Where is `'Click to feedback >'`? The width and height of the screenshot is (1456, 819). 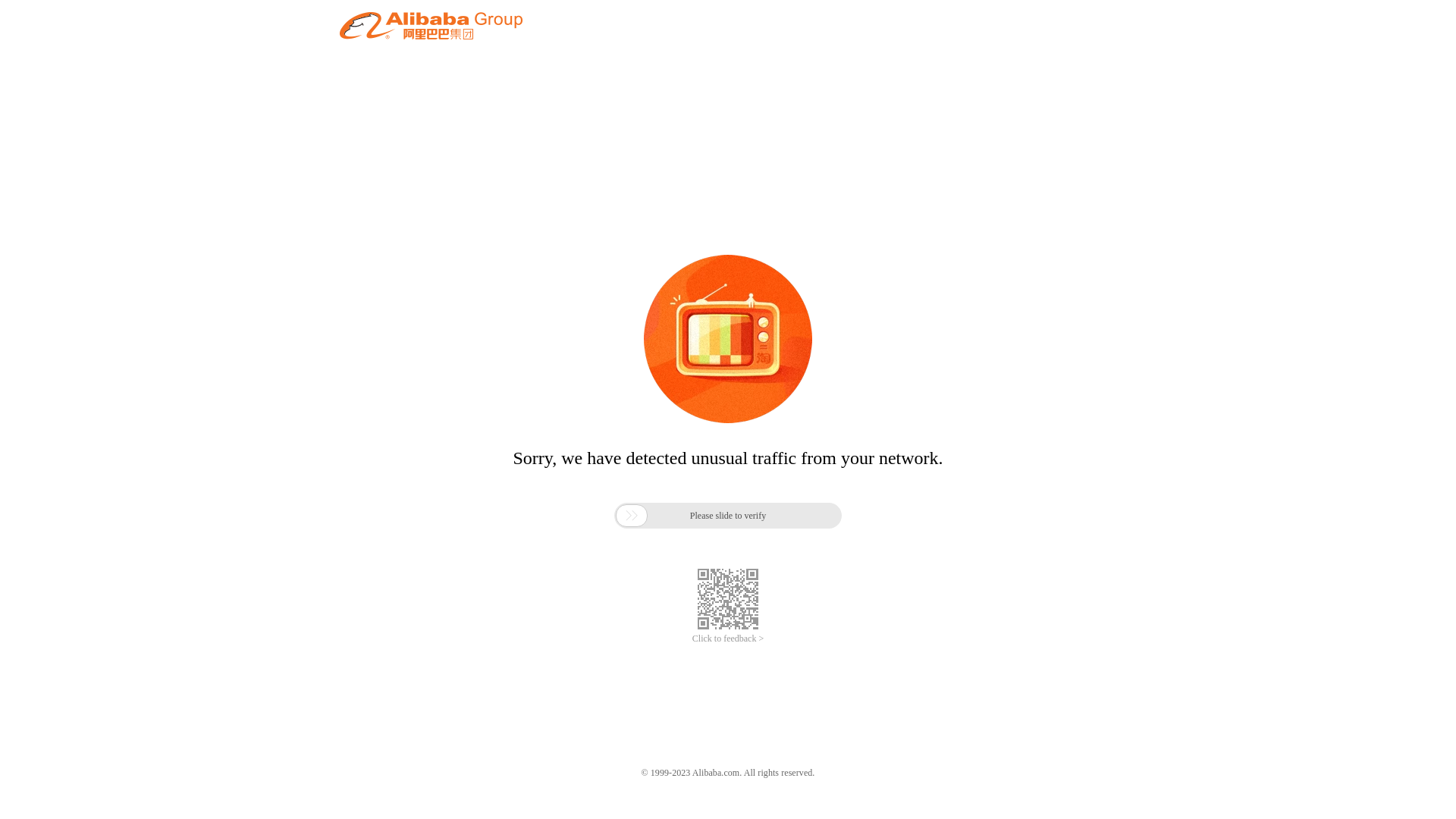 'Click to feedback >' is located at coordinates (691, 639).